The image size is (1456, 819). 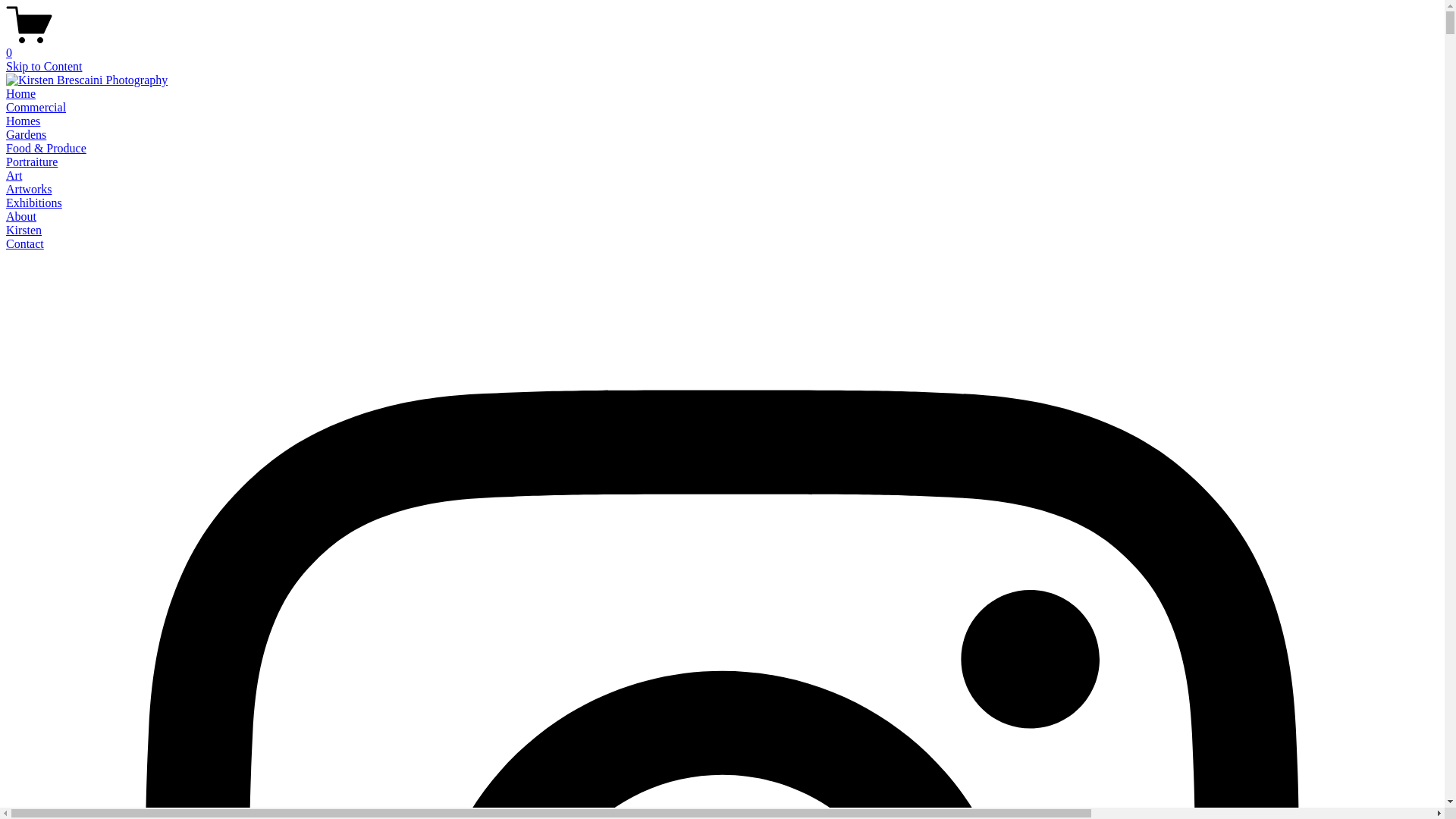 I want to click on 'Portraiture', so click(x=32, y=162).